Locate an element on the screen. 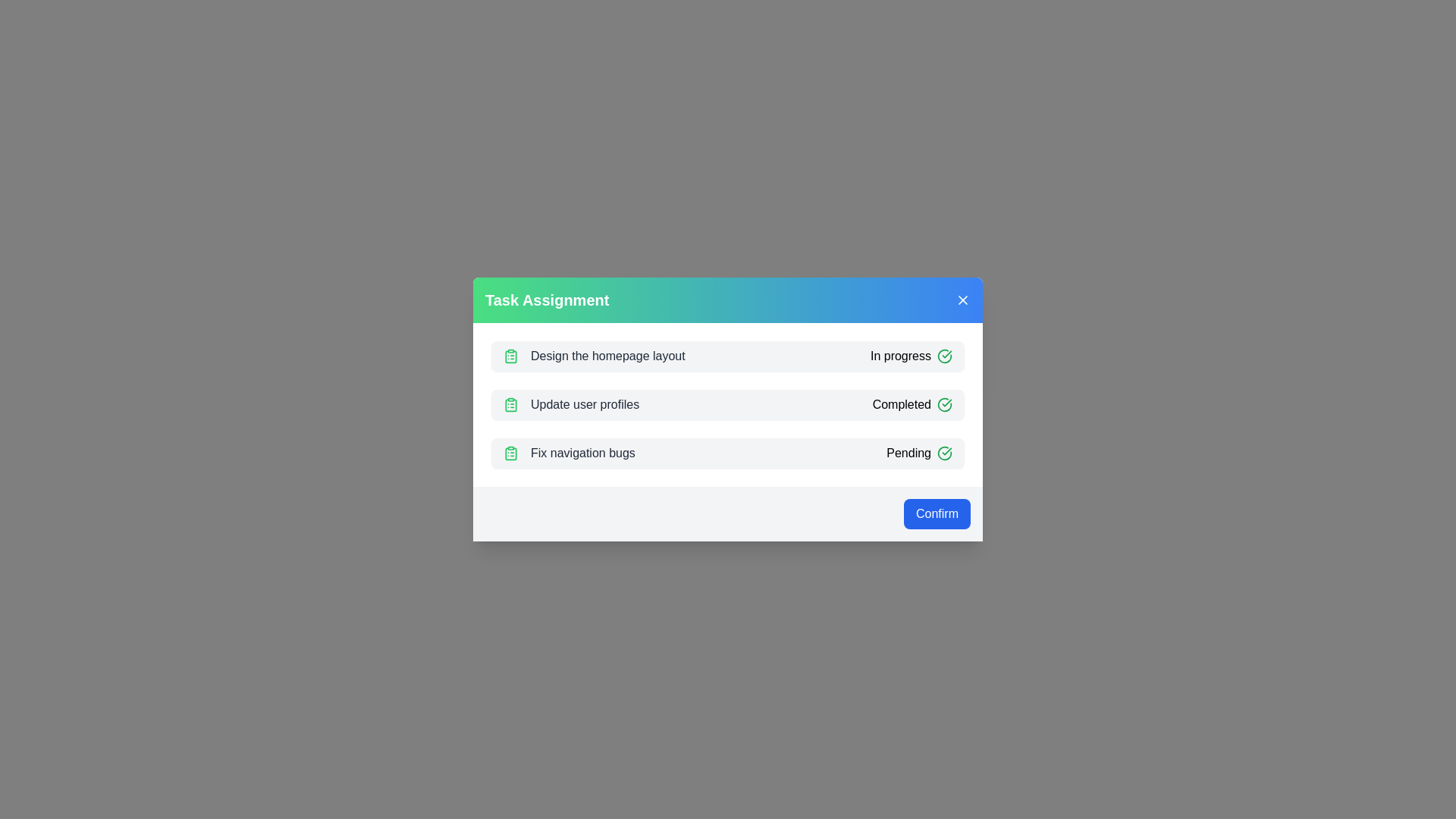 This screenshot has width=1456, height=819. the small interactive circle button with an 'X' icon inside, located at the top-right corner of the 'Task Assignment' panel is located at coordinates (962, 300).